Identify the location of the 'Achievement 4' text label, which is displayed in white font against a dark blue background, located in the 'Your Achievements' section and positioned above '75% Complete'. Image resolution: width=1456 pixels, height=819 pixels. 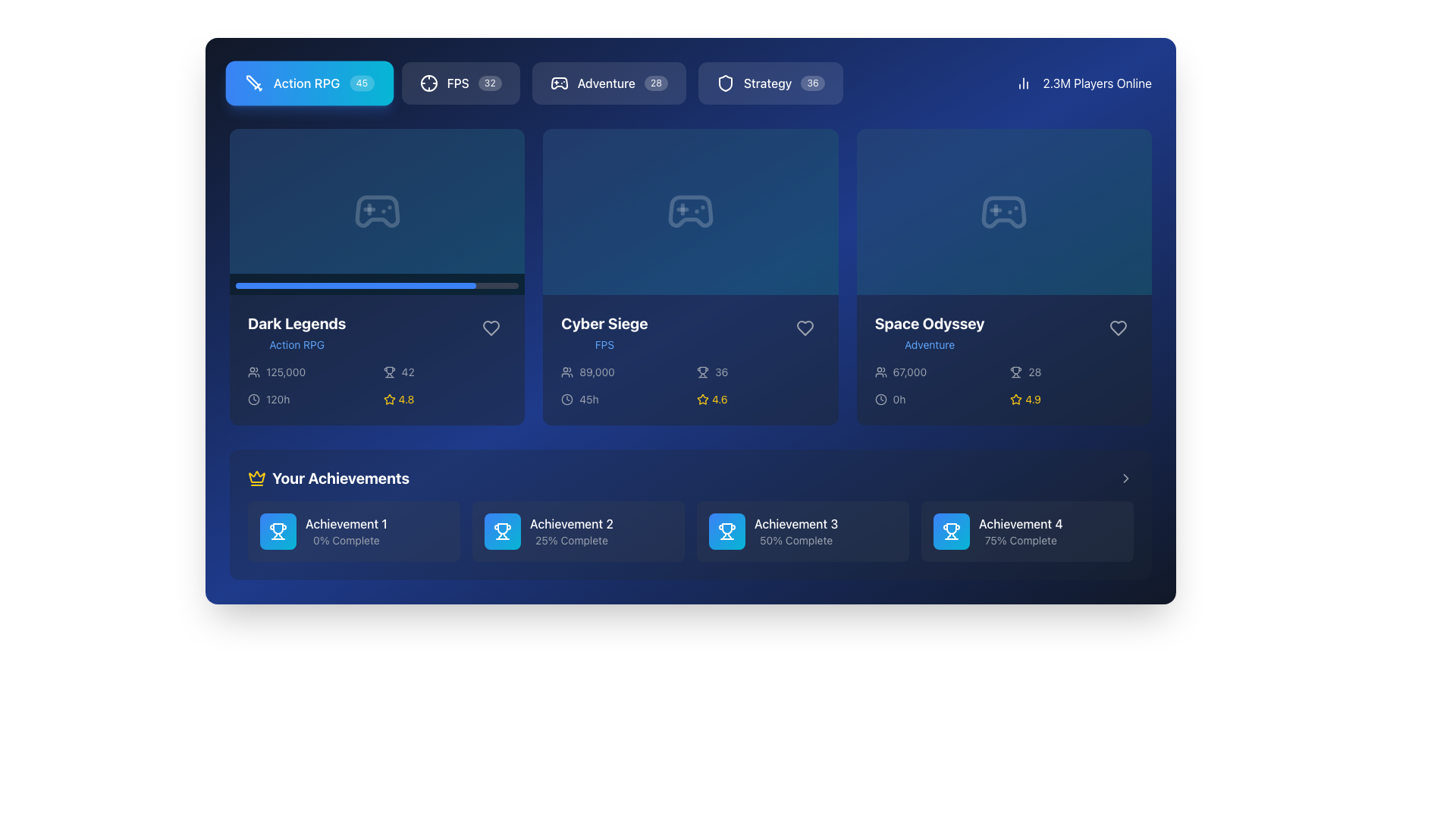
(1021, 522).